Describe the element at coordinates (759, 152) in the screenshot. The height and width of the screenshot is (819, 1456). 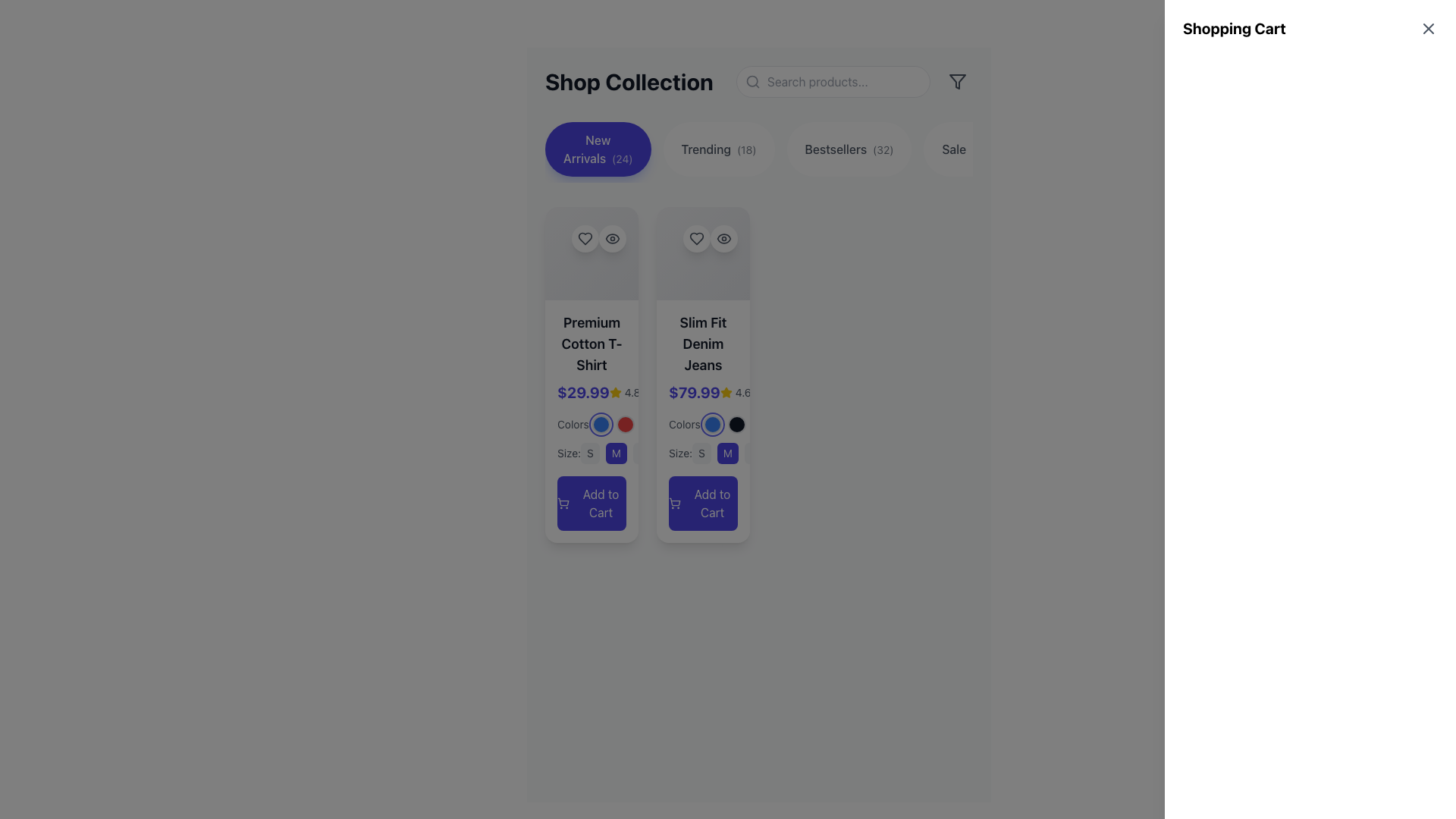
I see `the category button in the navigation bar located underneath the 'Shop Collection' title` at that location.